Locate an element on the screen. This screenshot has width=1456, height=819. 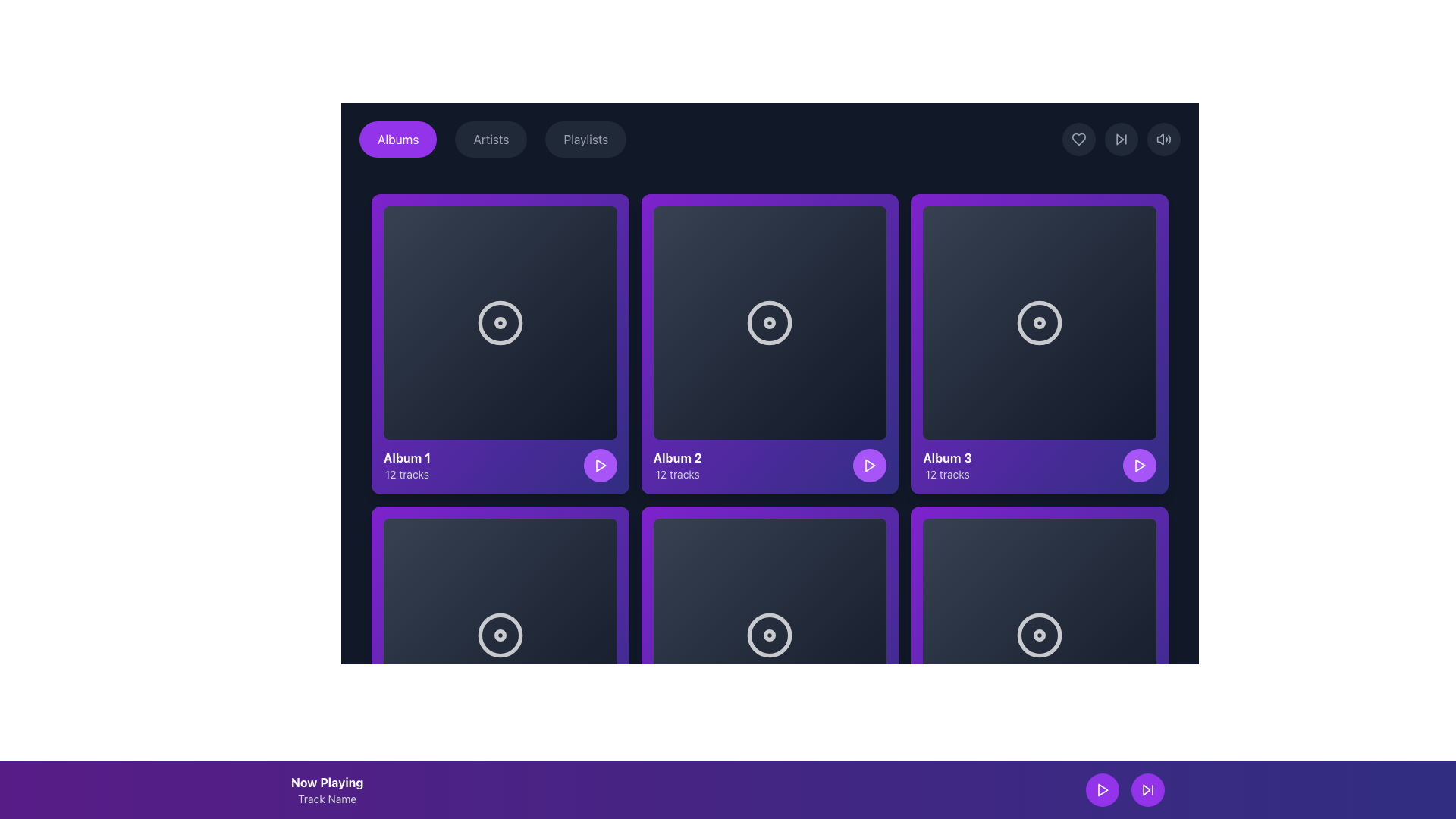
the play button located in the bottom-right corner of the 'Album 1' card to initiate playback of the album content is located at coordinates (599, 464).